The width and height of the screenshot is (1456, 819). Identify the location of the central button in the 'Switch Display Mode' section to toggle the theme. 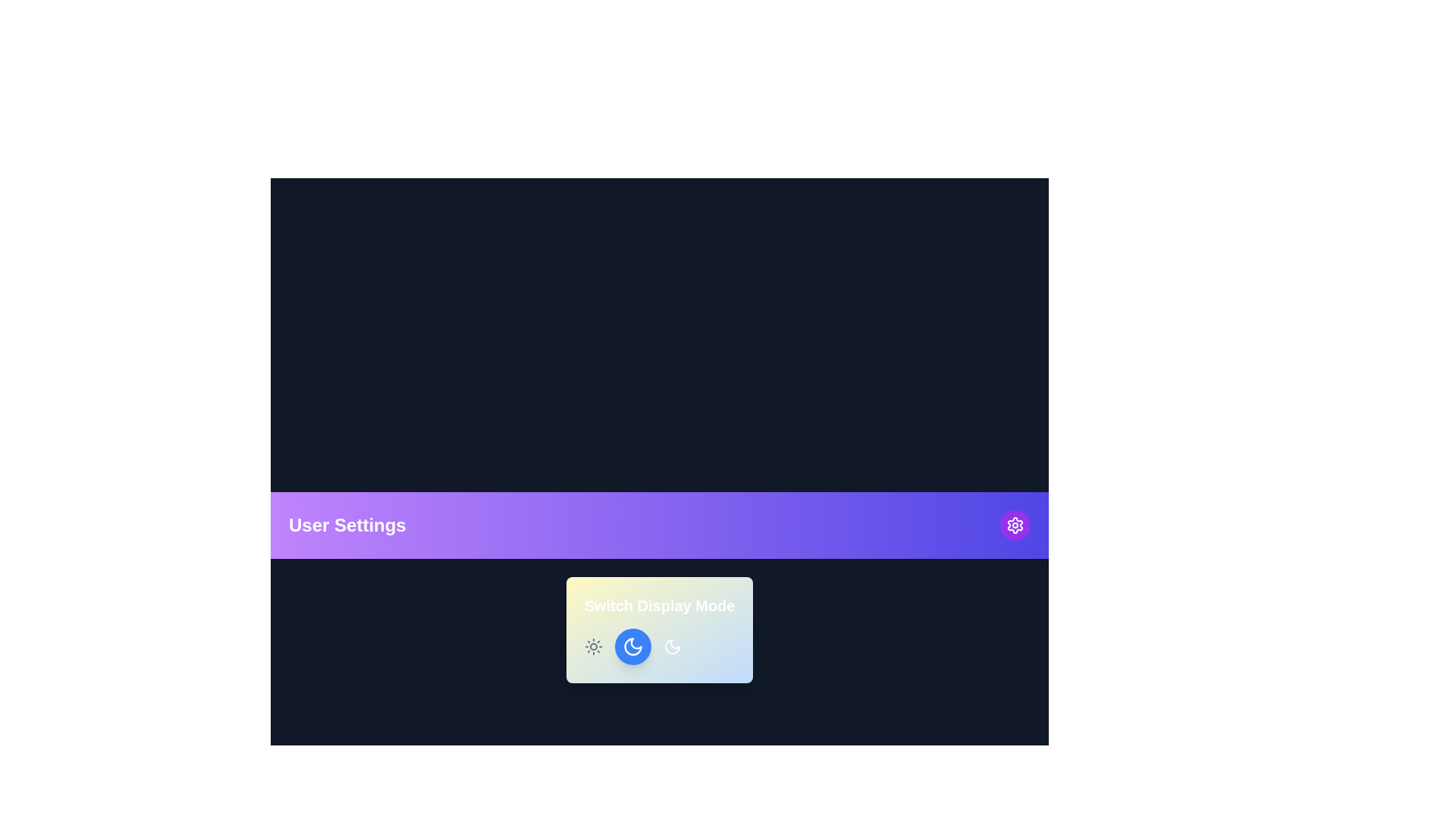
(632, 646).